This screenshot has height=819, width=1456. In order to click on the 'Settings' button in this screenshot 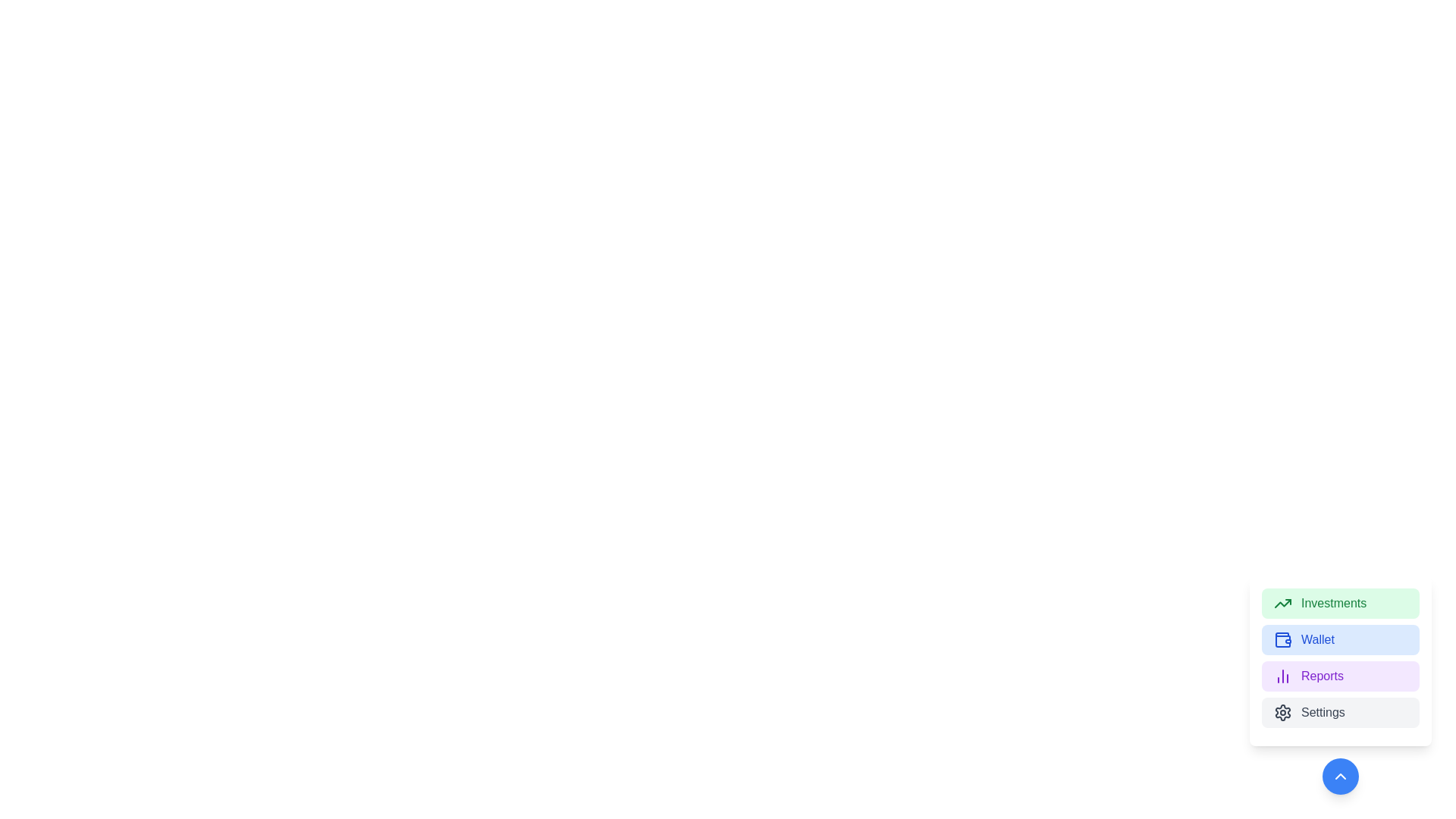, I will do `click(1340, 713)`.